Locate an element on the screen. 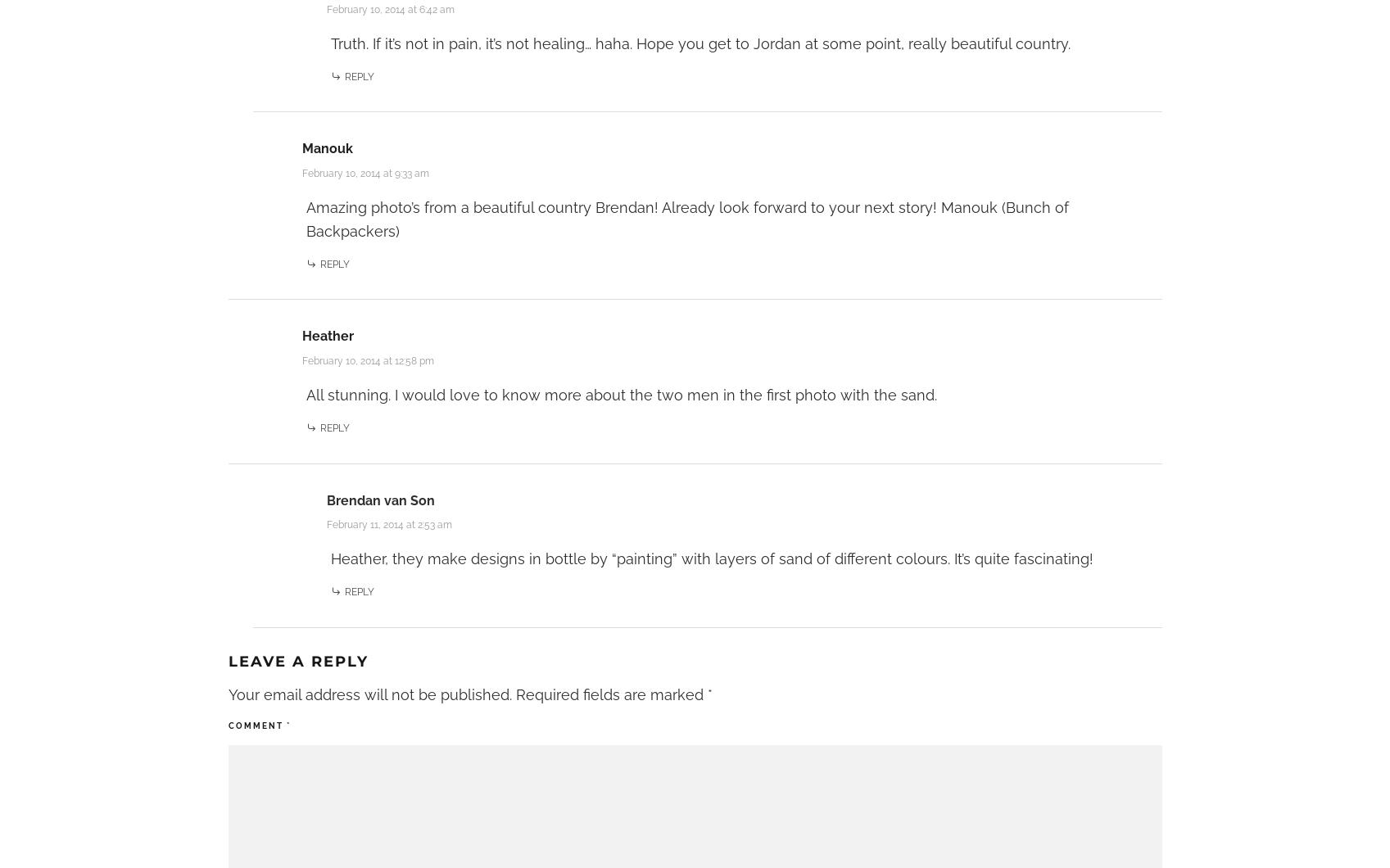 Image resolution: width=1390 pixels, height=868 pixels. 'February 10, 2014 at 12:58 pm' is located at coordinates (366, 359).